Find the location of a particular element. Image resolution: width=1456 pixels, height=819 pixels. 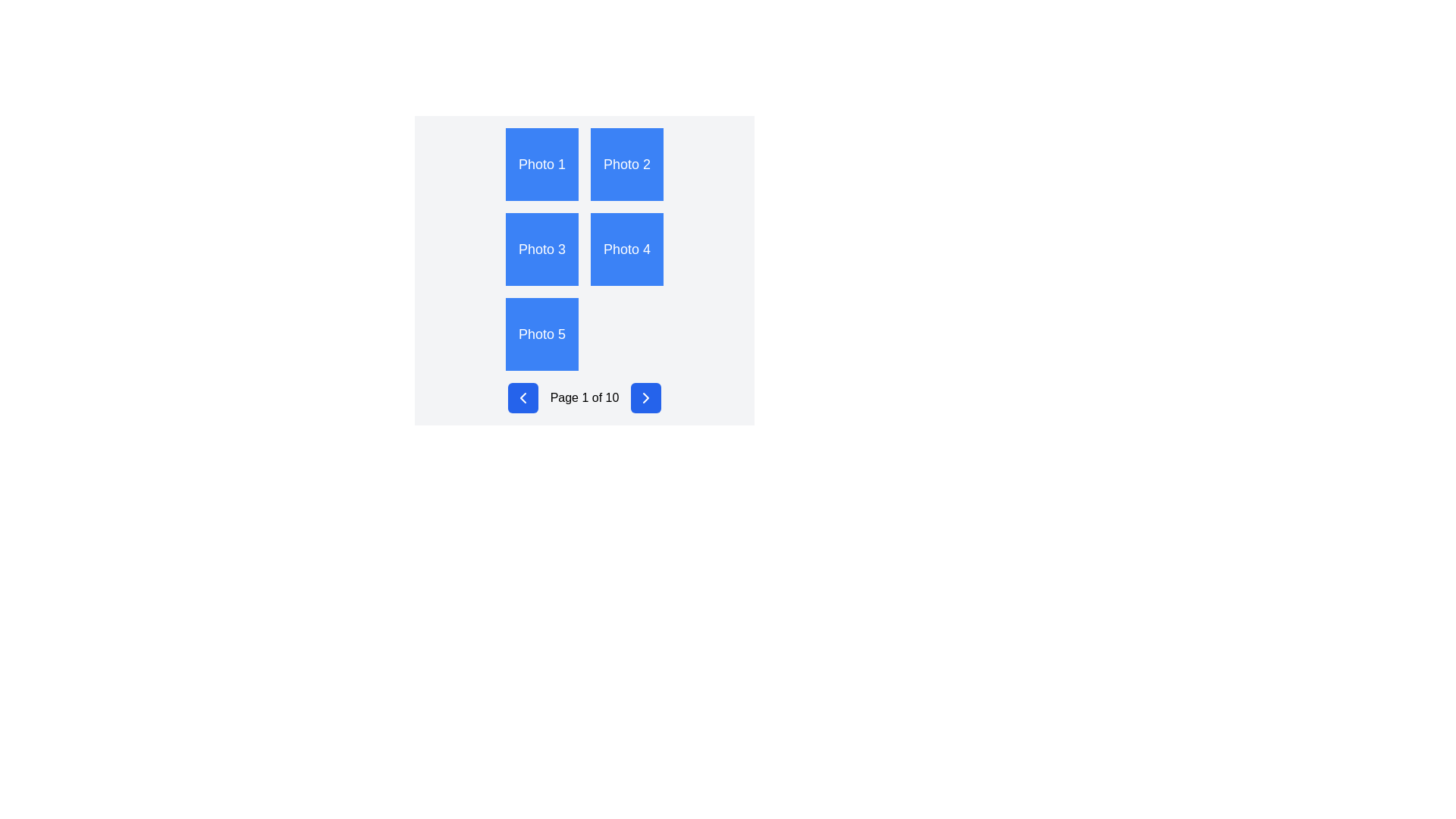

the square-shaped button labeled 'Photo 5' with a bold blue background located in the bottom-left corner of the grid is located at coordinates (542, 333).